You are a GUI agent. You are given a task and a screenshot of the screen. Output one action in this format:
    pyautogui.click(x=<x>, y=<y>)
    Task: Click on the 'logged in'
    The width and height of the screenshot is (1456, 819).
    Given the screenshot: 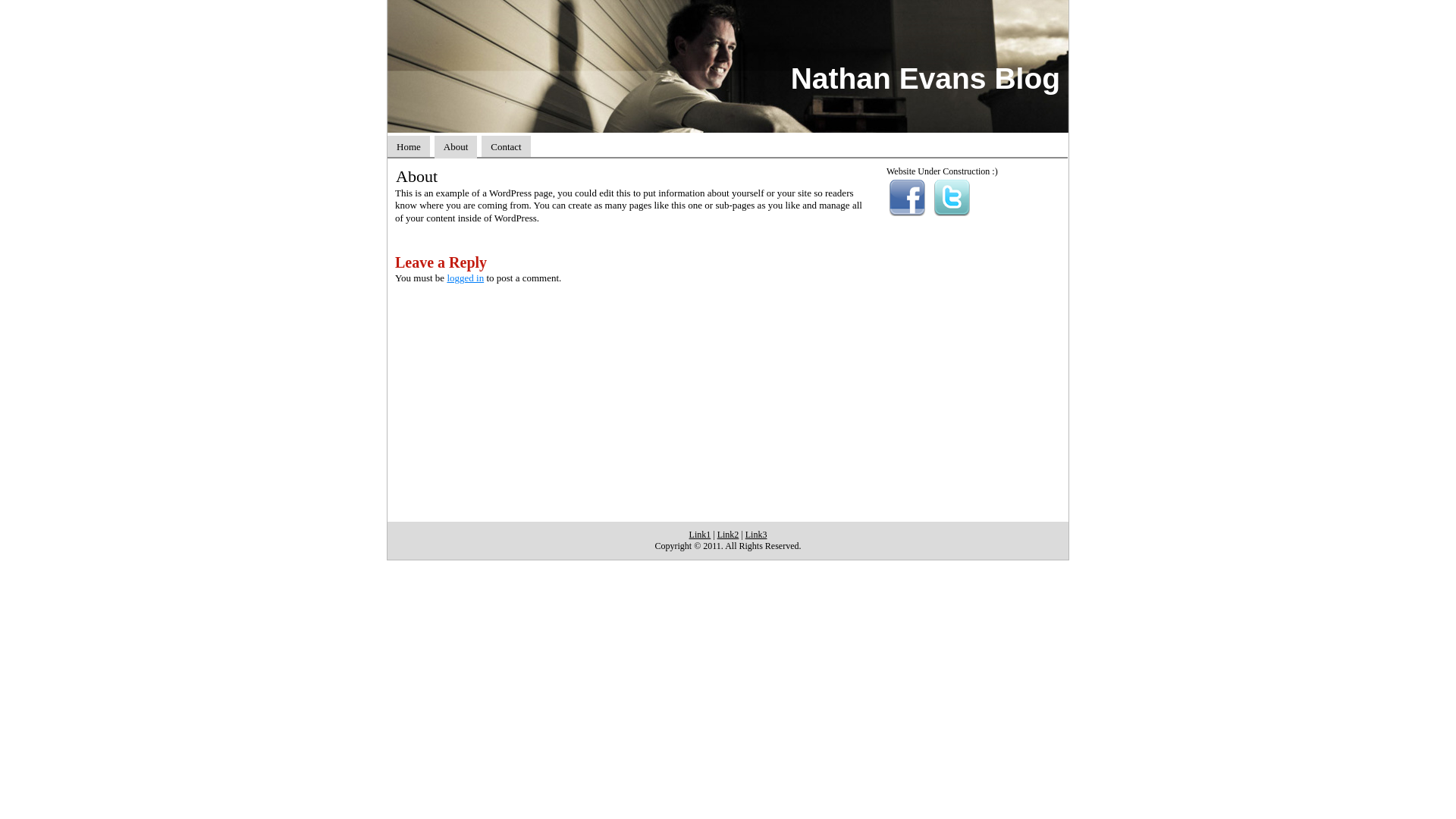 What is the action you would take?
    pyautogui.click(x=446, y=278)
    